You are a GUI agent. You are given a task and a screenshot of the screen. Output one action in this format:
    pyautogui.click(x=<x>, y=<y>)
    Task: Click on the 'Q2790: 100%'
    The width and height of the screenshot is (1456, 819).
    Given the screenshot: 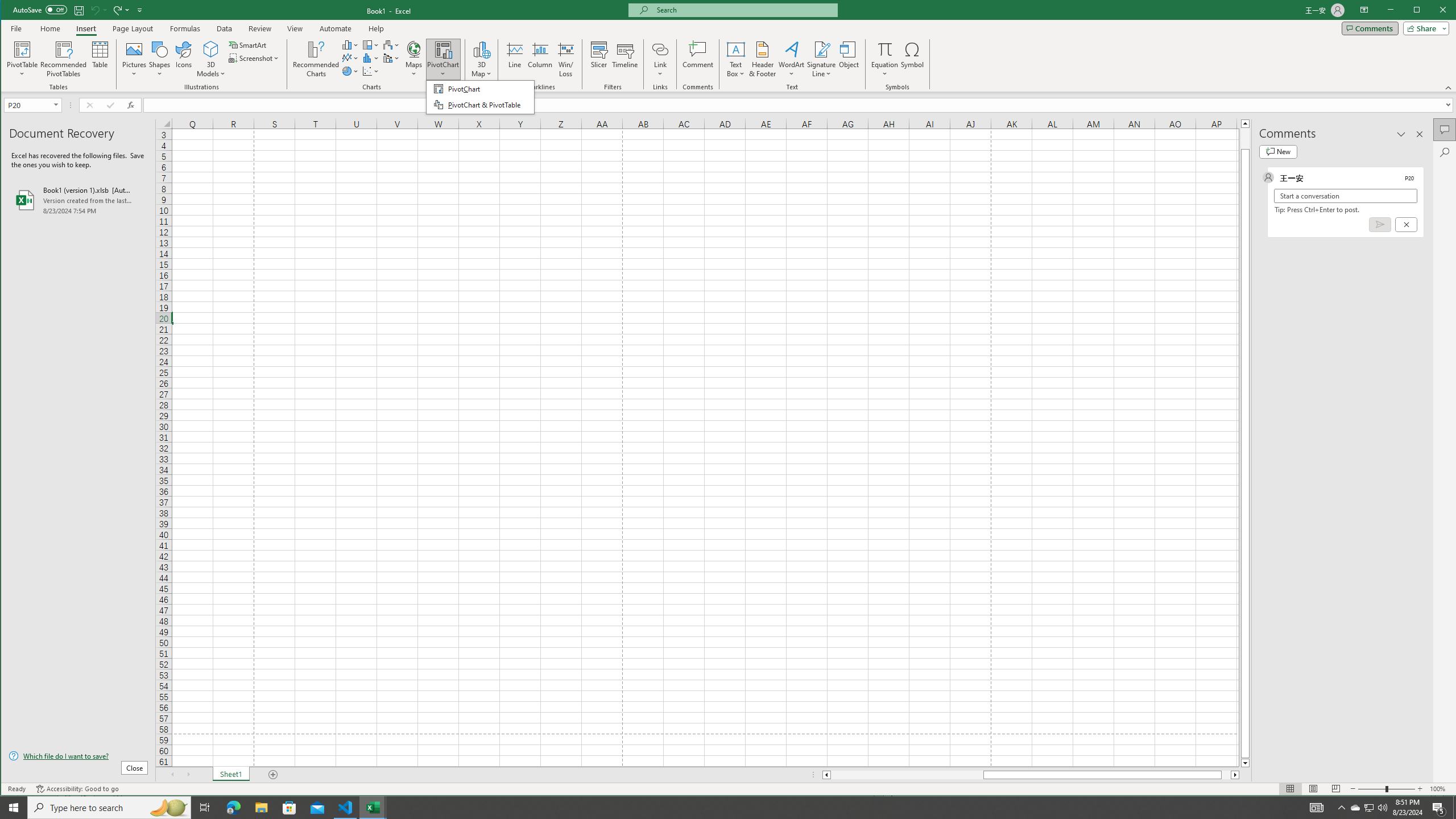 What is the action you would take?
    pyautogui.click(x=1381, y=806)
    